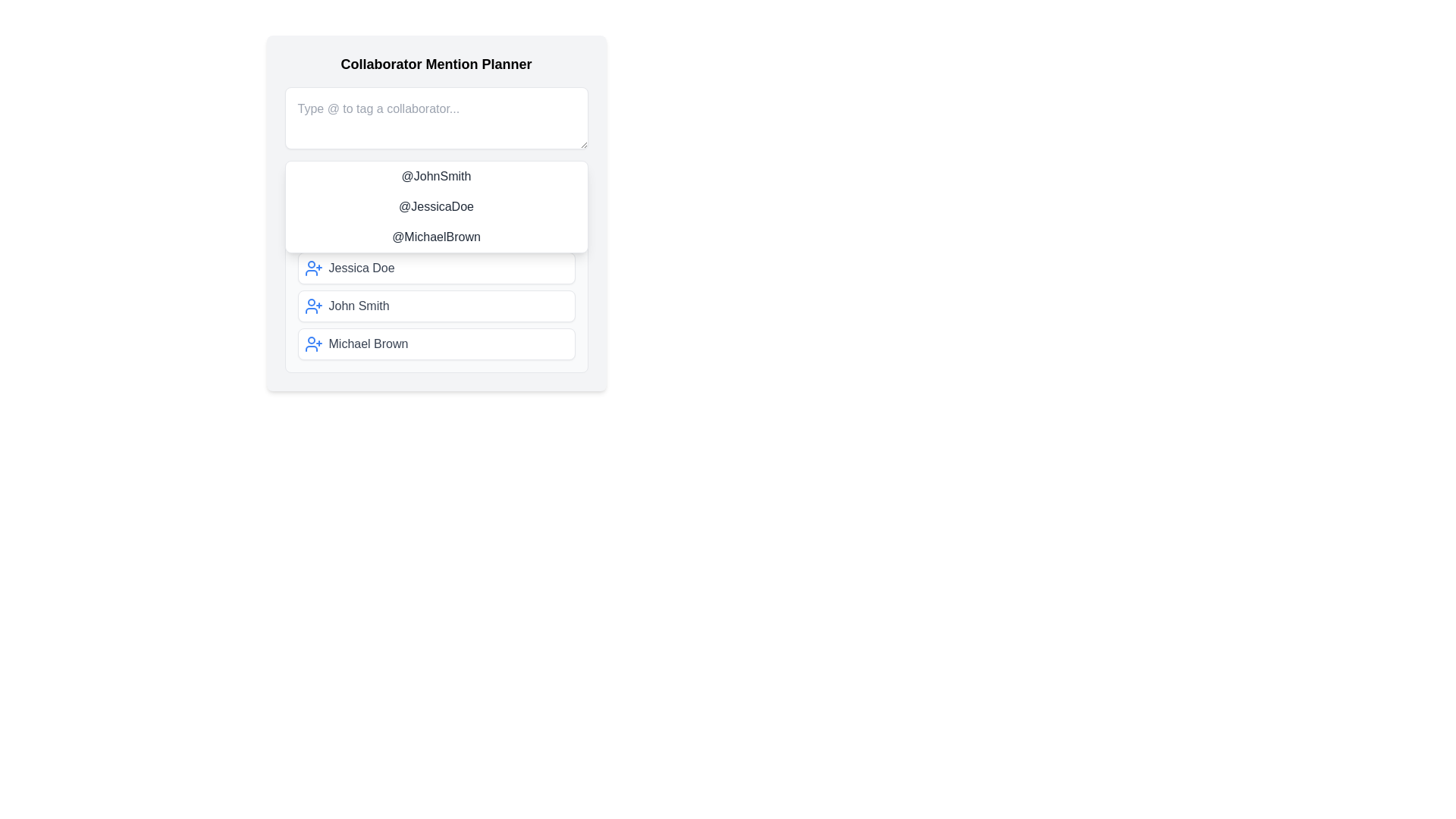 The height and width of the screenshot is (819, 1456). I want to click on the mention '@JohnSmith' from the suggestion list, so click(435, 175).